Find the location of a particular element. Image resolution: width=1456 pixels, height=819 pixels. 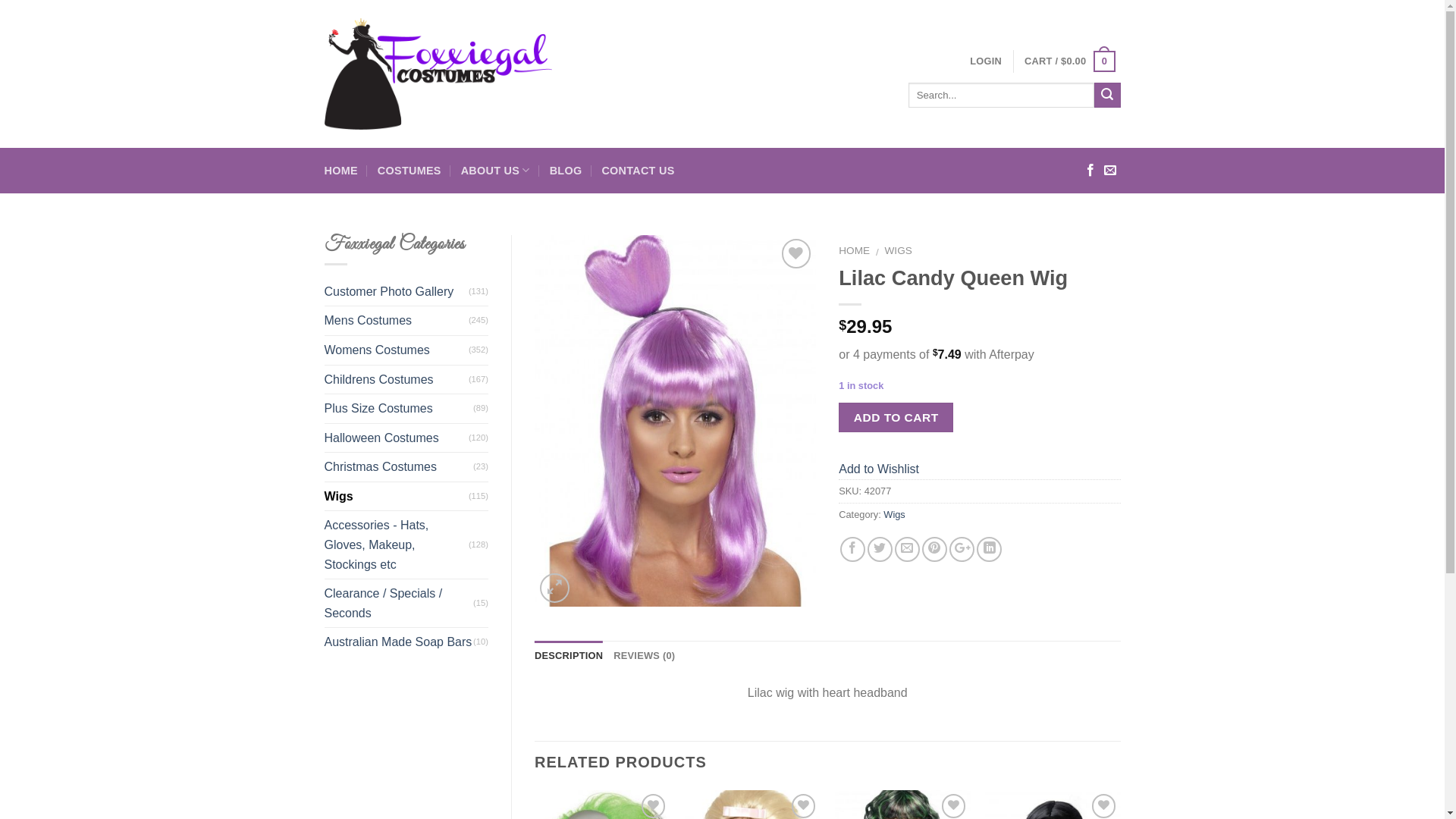

'Customer Photo Gallery' is located at coordinates (397, 292).